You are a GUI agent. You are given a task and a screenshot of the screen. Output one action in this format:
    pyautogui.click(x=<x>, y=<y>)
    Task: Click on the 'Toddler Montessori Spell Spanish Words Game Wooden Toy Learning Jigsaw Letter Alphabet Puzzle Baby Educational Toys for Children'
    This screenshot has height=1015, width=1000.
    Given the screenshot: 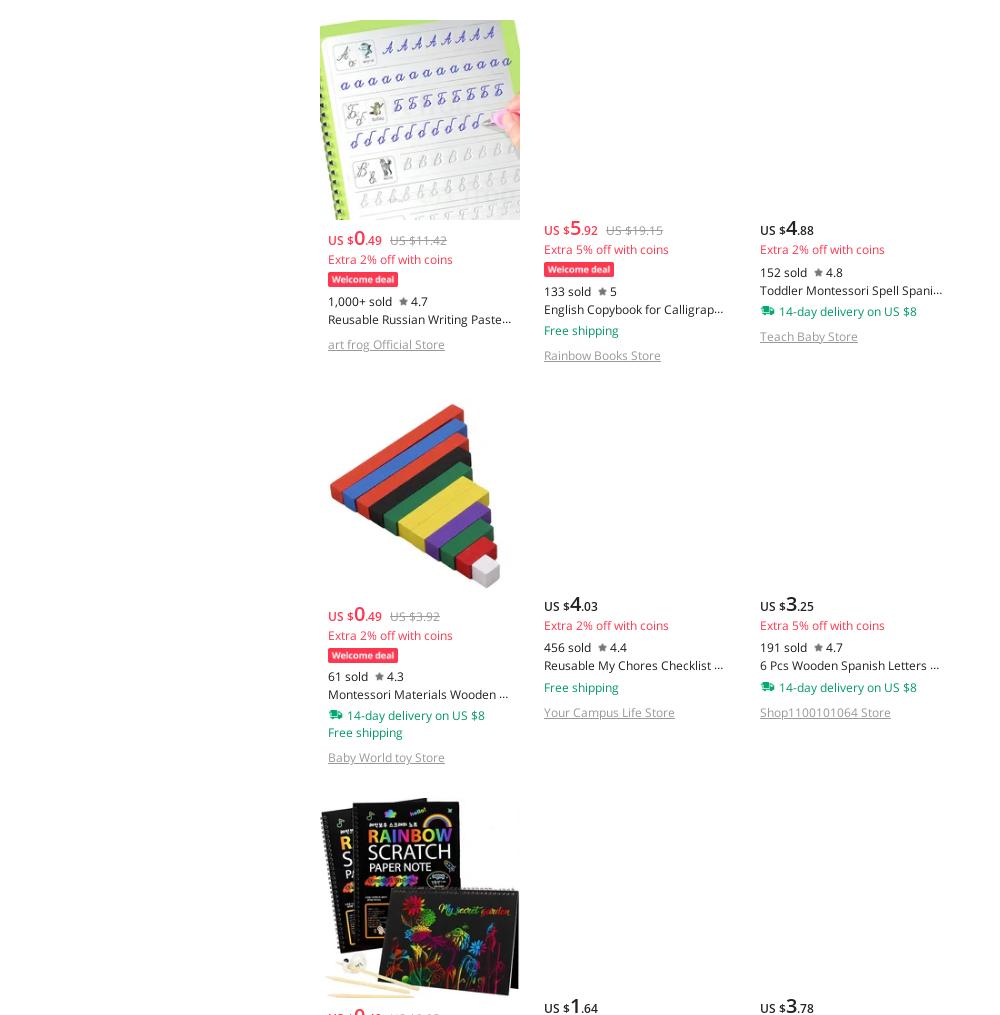 What is the action you would take?
    pyautogui.click(x=849, y=325)
    